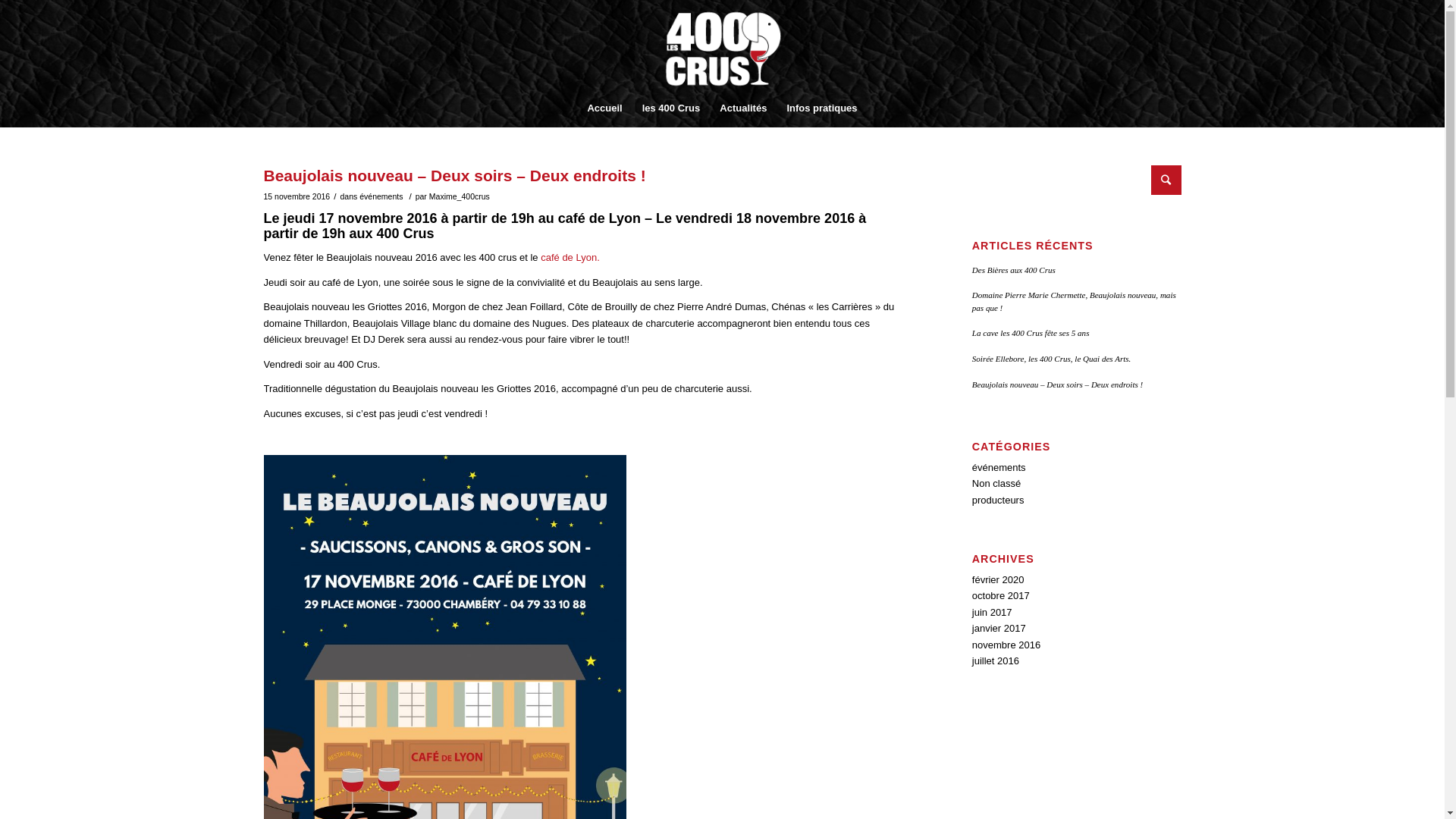  Describe the element at coordinates (971, 645) in the screenshot. I see `'novembre 2016'` at that location.